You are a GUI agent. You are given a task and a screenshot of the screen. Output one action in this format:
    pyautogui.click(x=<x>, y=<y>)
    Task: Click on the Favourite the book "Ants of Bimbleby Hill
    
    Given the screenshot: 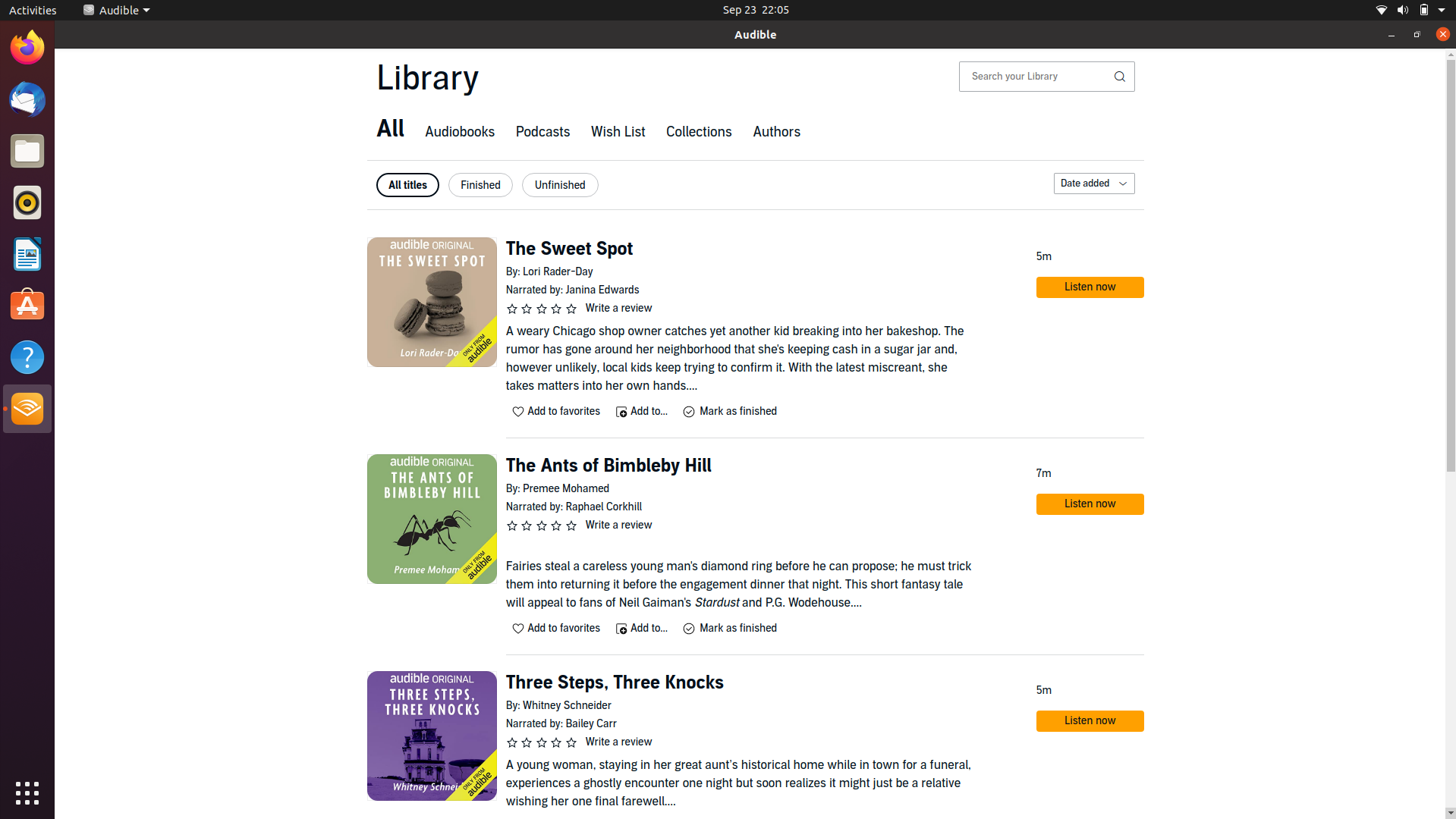 What is the action you would take?
    pyautogui.click(x=556, y=628)
    